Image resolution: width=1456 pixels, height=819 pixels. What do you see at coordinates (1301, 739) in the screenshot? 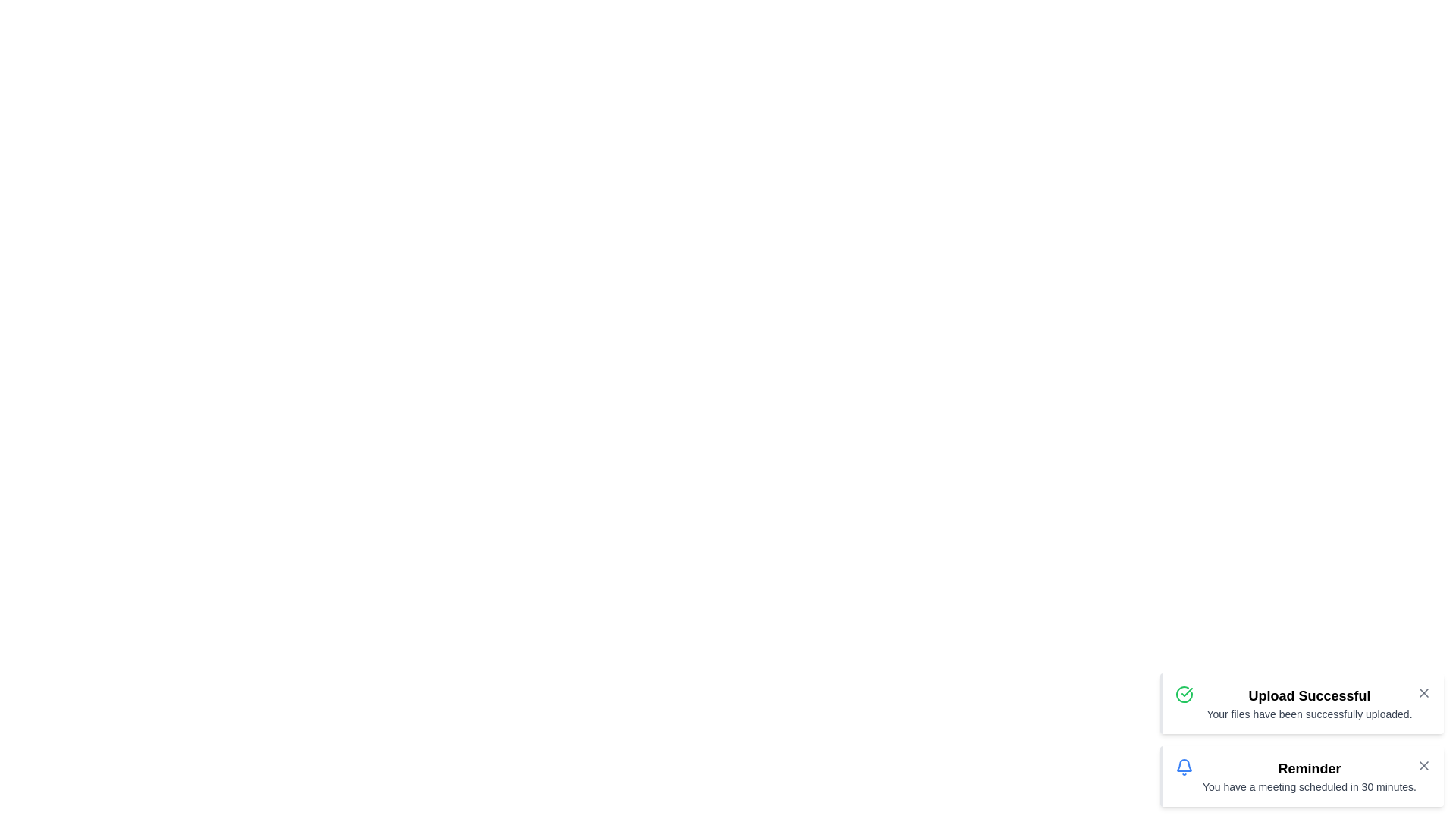
I see `the notification list vertically by 0 pixels` at bounding box center [1301, 739].